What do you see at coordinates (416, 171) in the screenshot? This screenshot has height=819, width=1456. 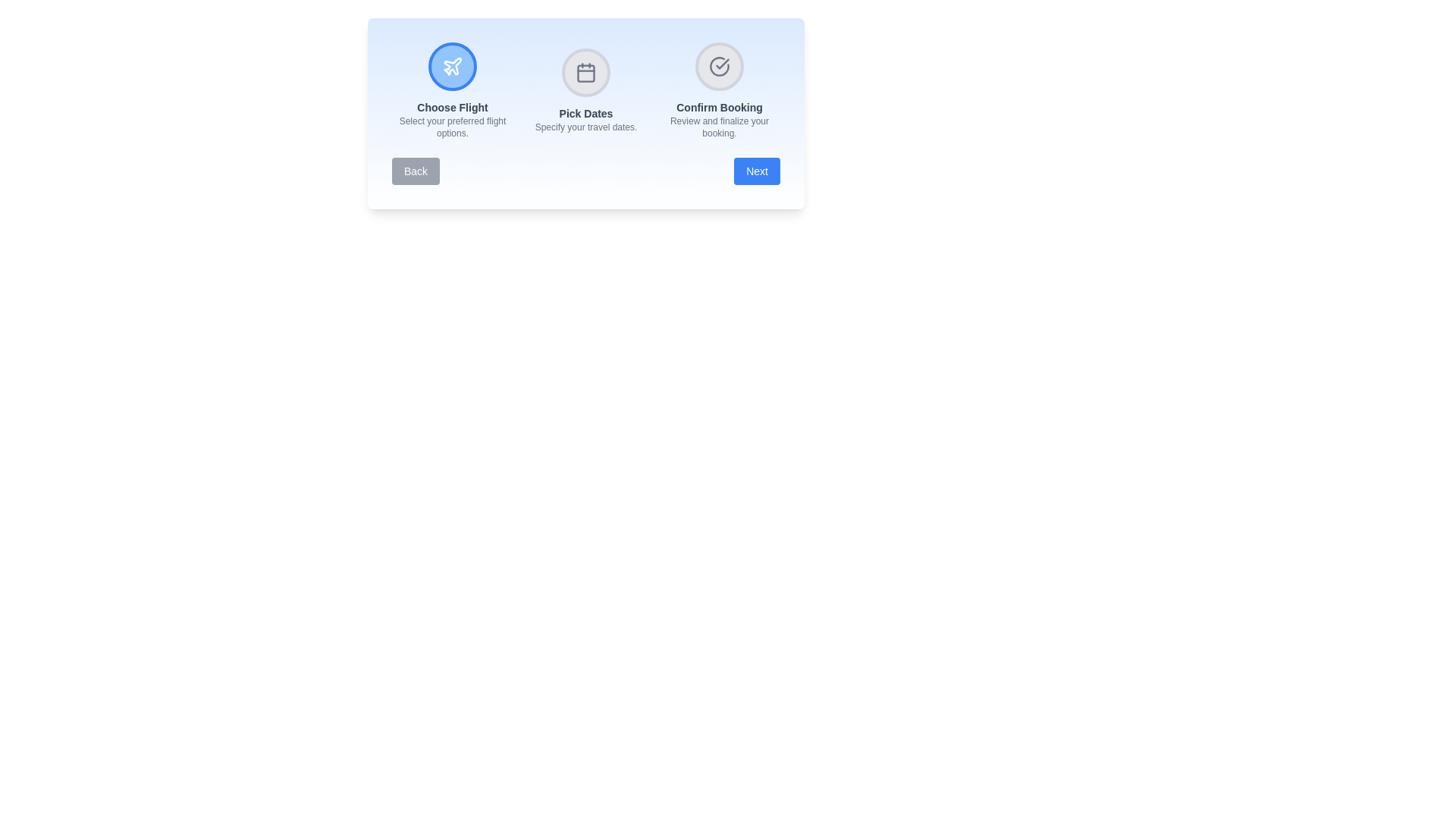 I see `the Back button to navigate through the steps` at bounding box center [416, 171].